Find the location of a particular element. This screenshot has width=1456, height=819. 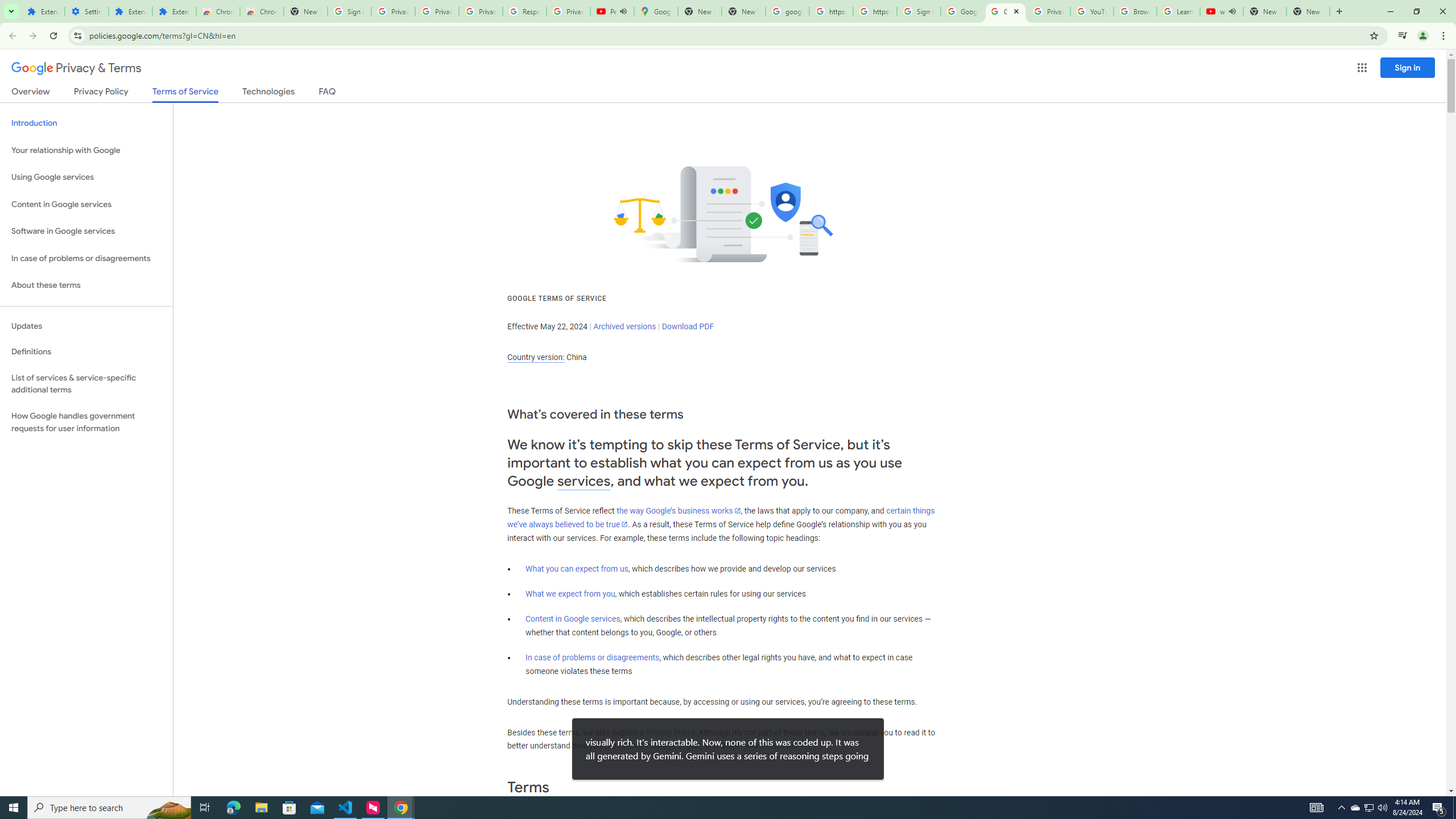

'YouTube' is located at coordinates (1092, 11).